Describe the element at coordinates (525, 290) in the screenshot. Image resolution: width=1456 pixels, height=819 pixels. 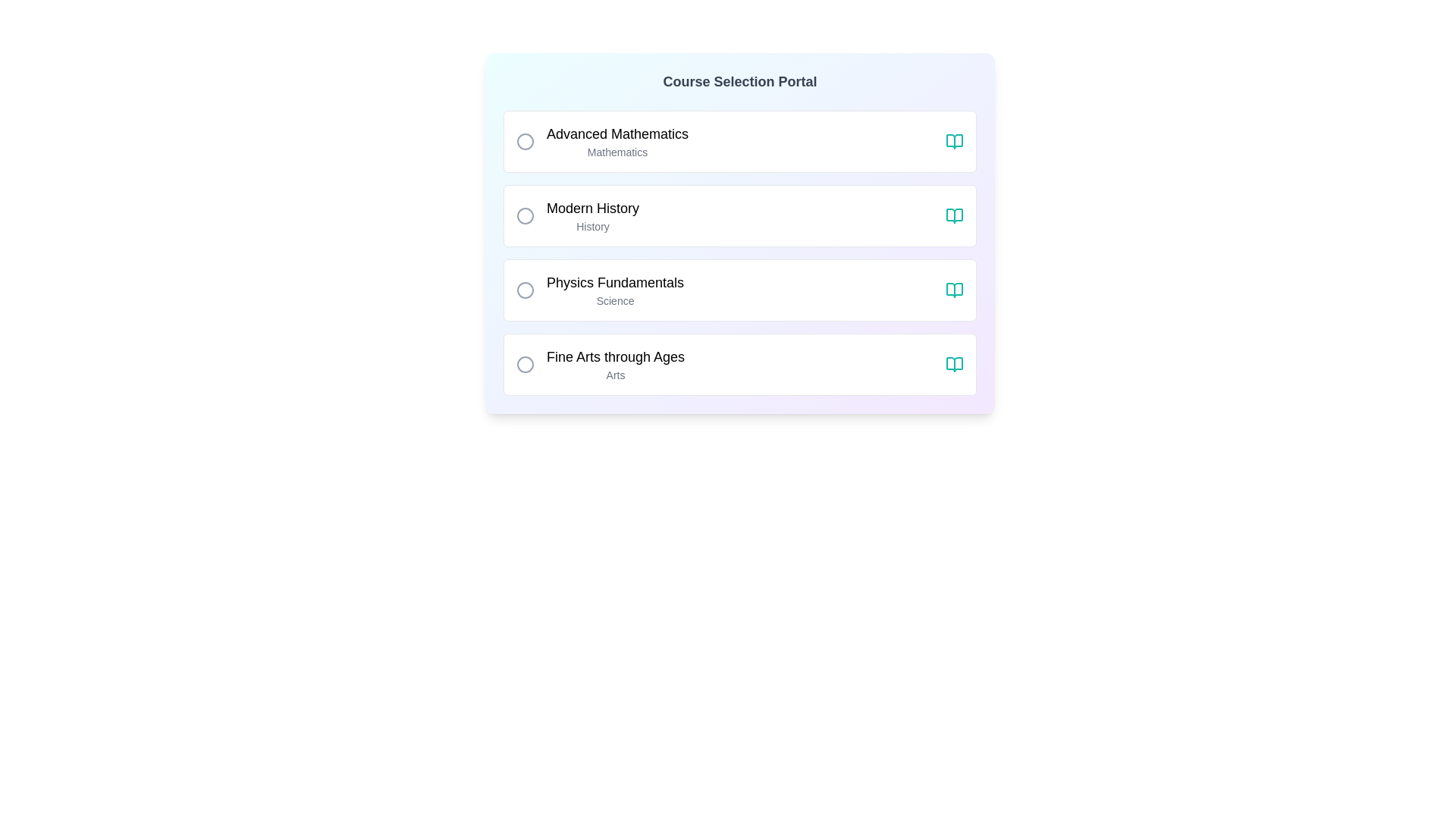
I see `the Circular SVG element representing a selection marker adjacent to the text 'Physics Fundamentals', which is part of the third option in the course selections list` at that location.